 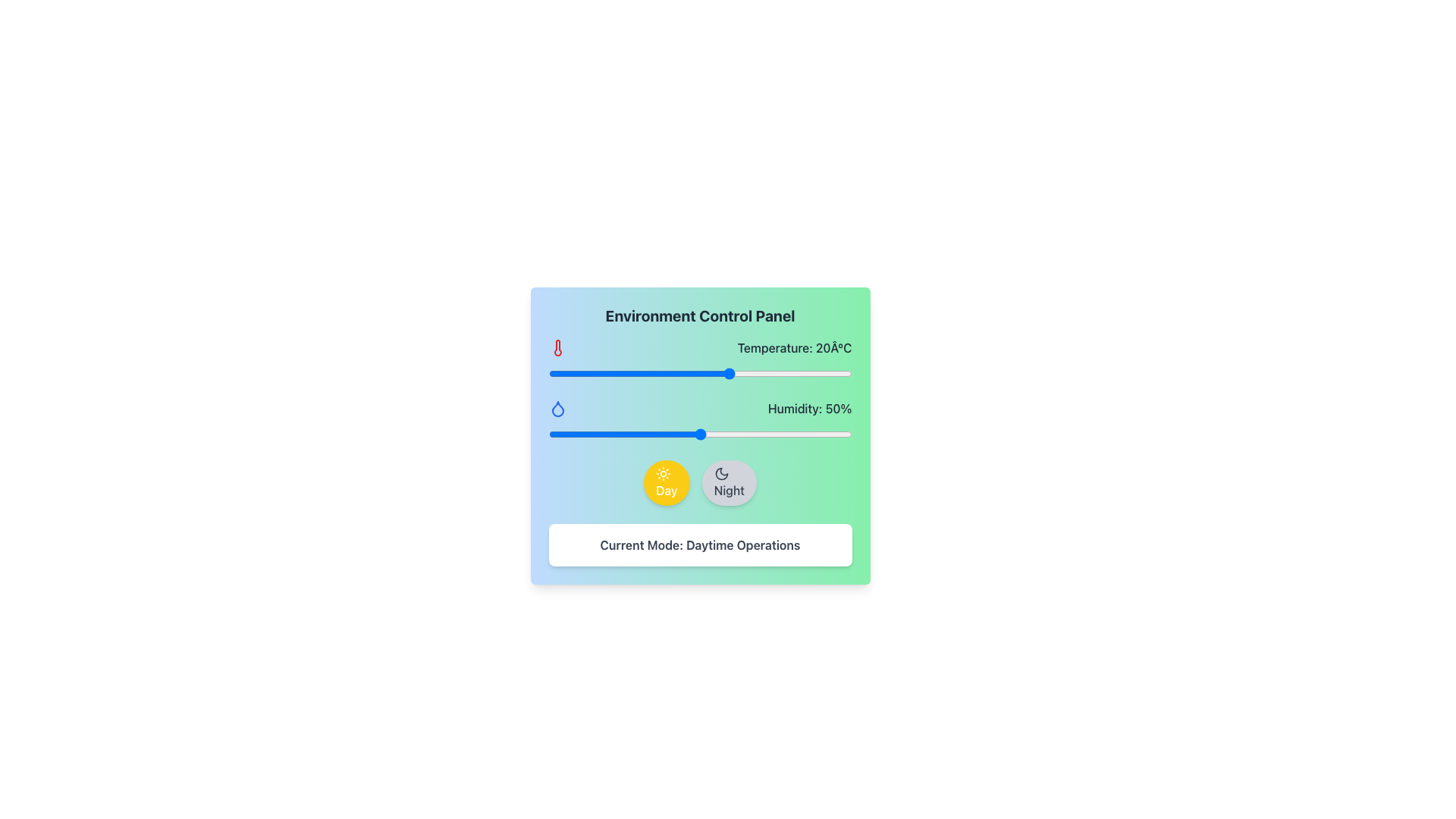 I want to click on the slider handle in the 'Humidity' section, located below the text 'Humidity: 50%', so click(x=699, y=435).